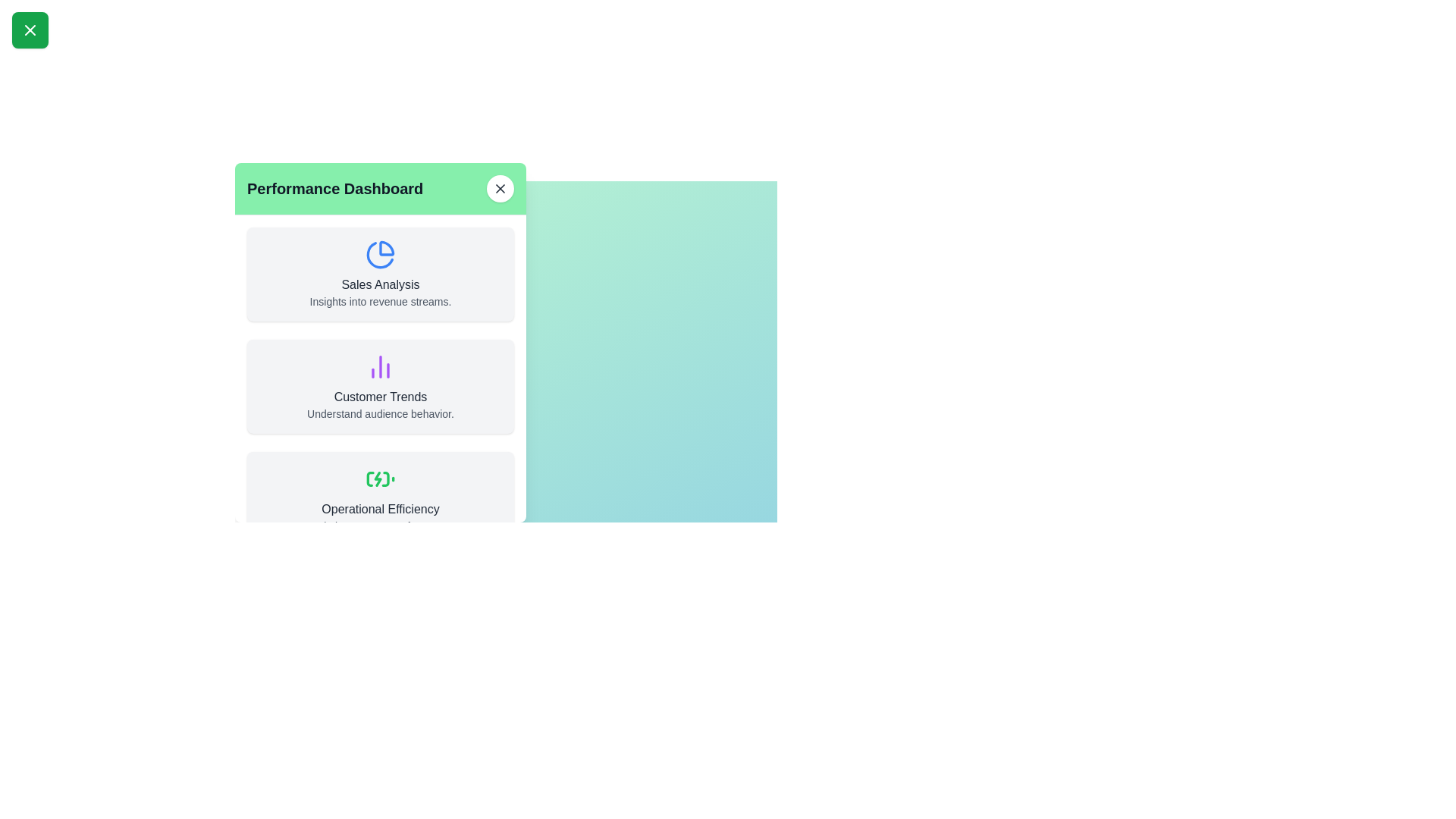 This screenshot has width=1456, height=819. What do you see at coordinates (381, 397) in the screenshot?
I see `text displayed on the text label located below the purple bar chart icon and above the 'Understand audience behavior' text` at bounding box center [381, 397].